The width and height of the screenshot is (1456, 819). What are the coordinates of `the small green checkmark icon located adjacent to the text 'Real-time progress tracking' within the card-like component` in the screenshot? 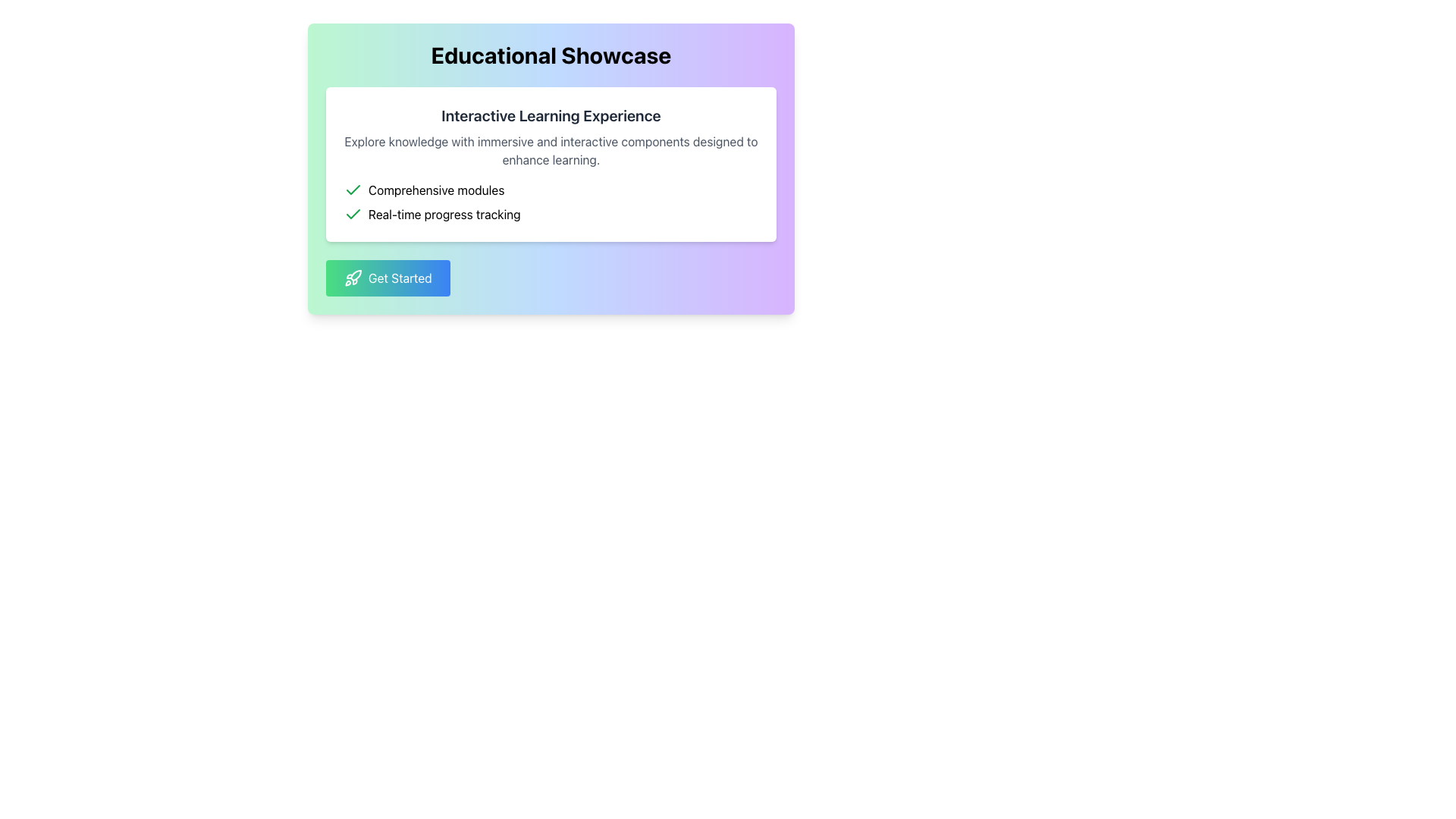 It's located at (352, 189).